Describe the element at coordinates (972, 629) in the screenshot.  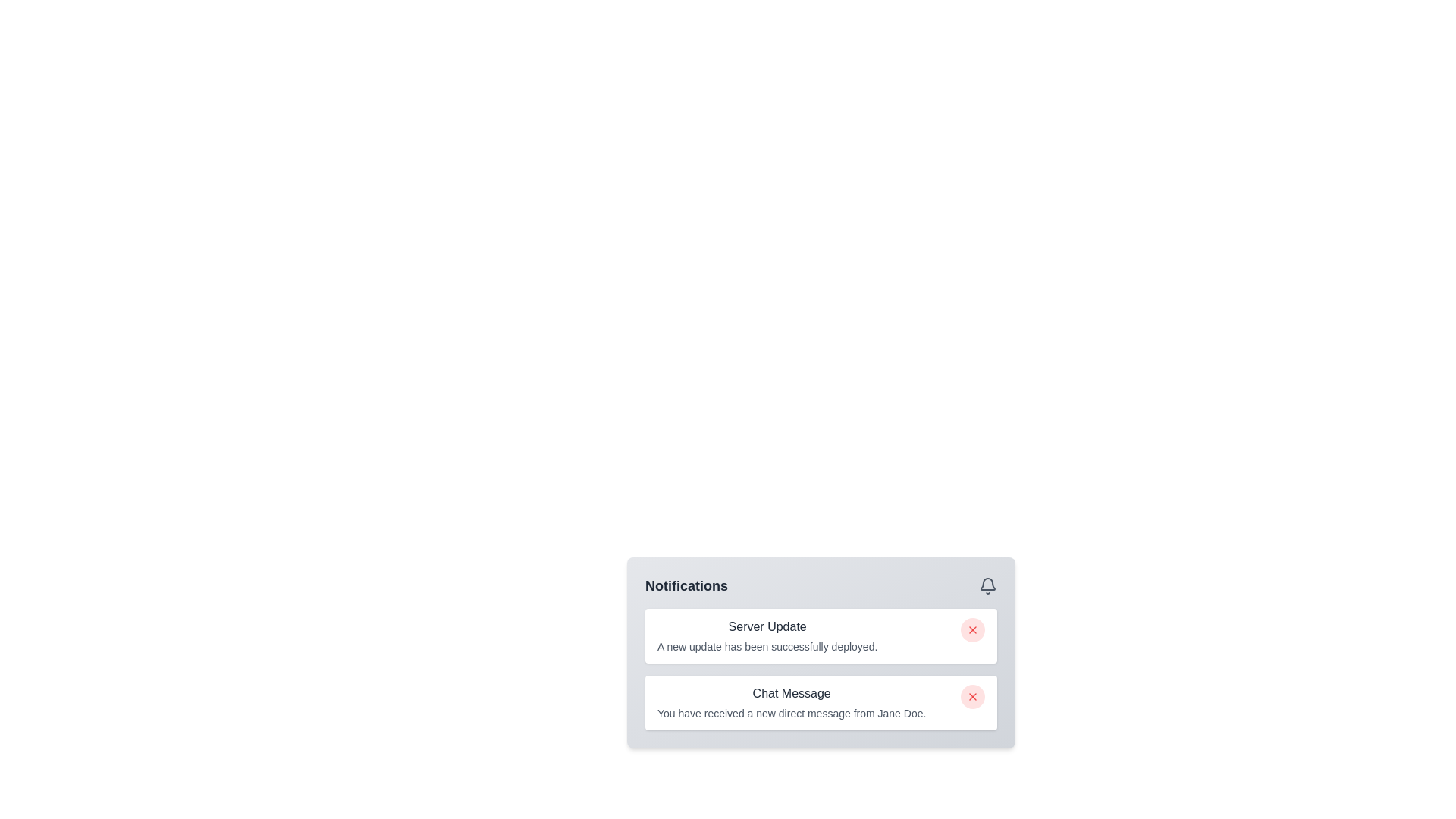
I see `the dismiss button located in the top-right corner of the 'Server Update' notification` at that location.